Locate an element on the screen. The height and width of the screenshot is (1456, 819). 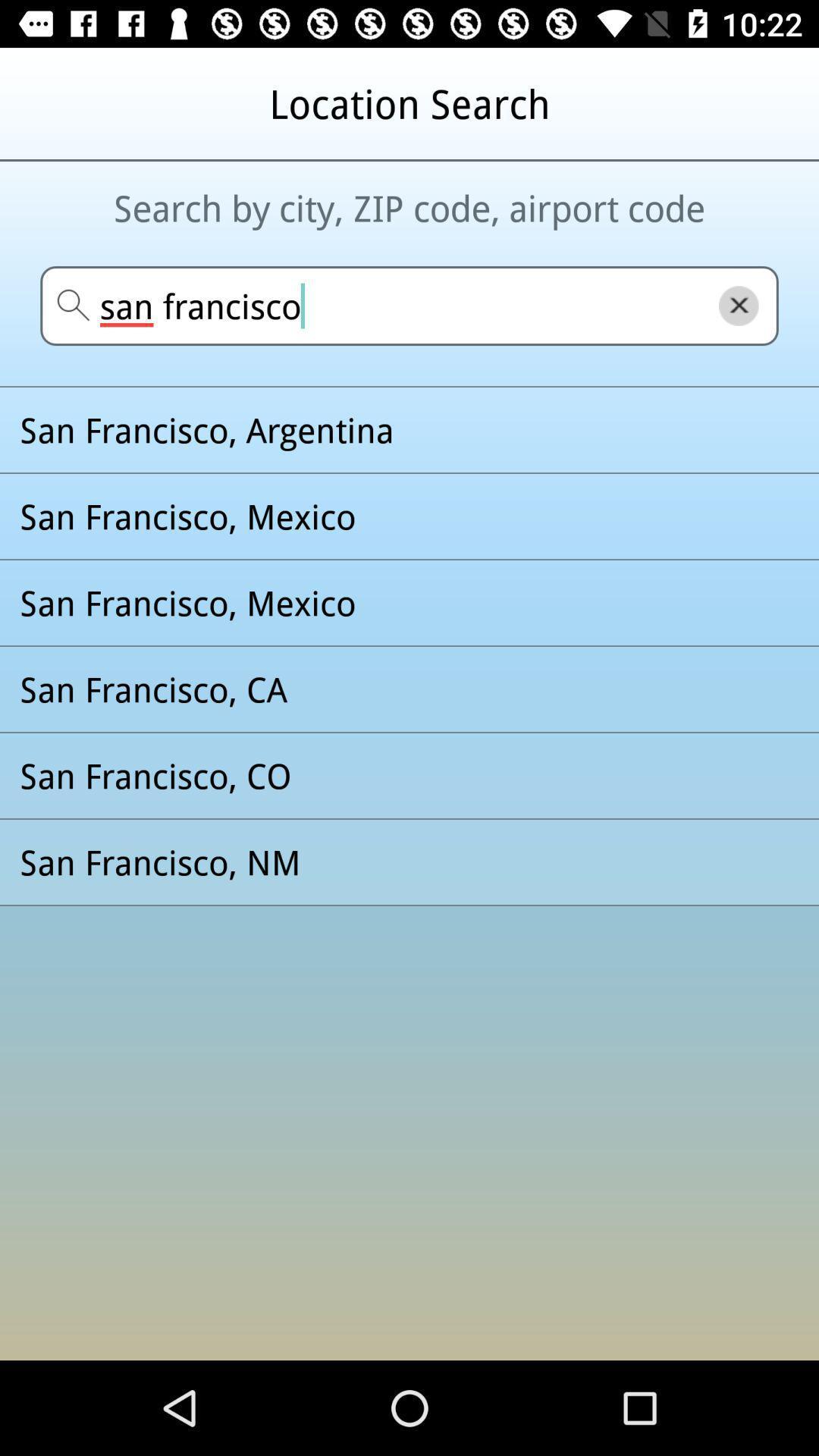
the close icon is located at coordinates (738, 305).